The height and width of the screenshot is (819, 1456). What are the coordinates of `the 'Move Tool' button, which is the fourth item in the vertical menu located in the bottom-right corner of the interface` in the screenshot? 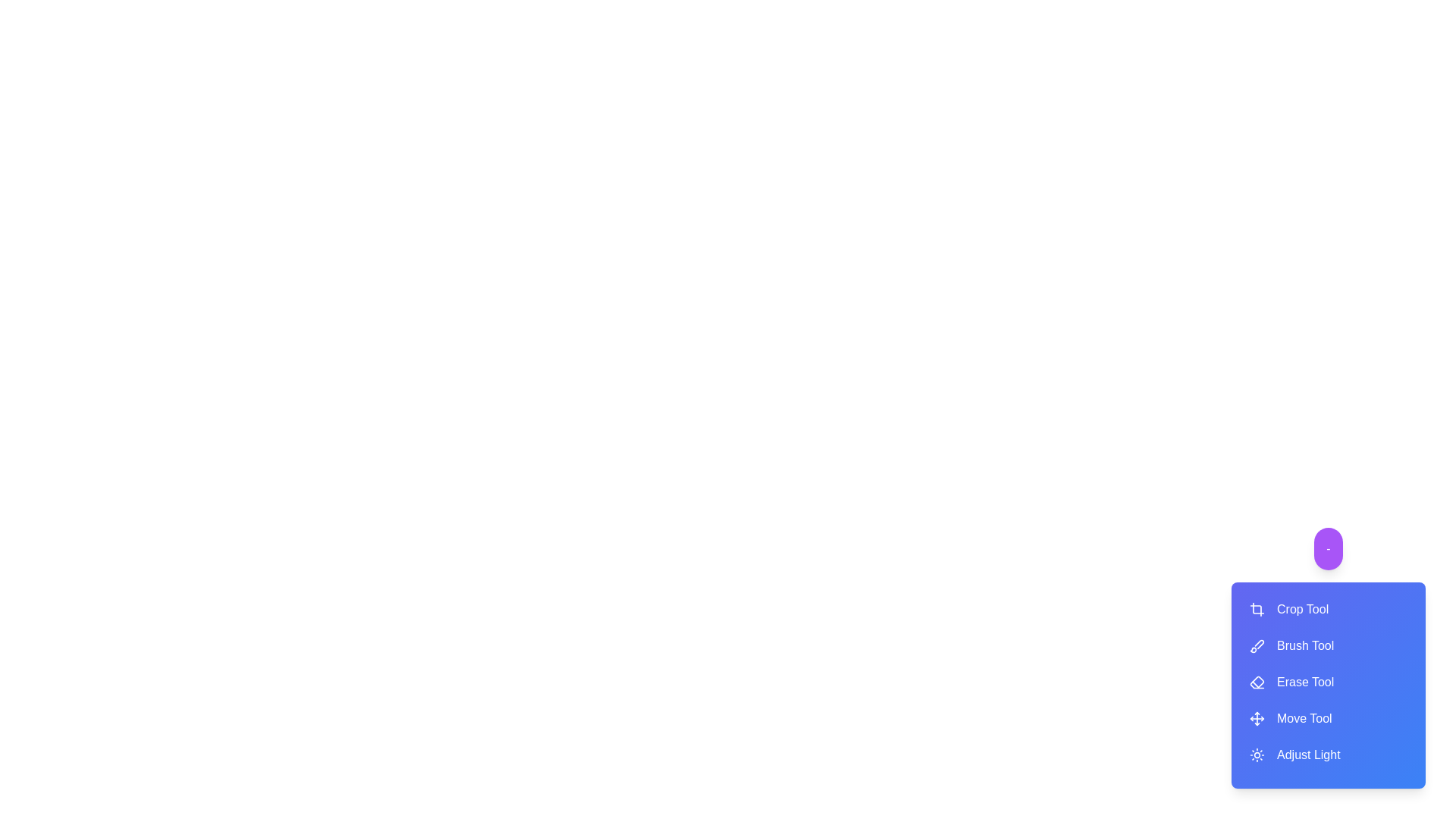 It's located at (1303, 718).